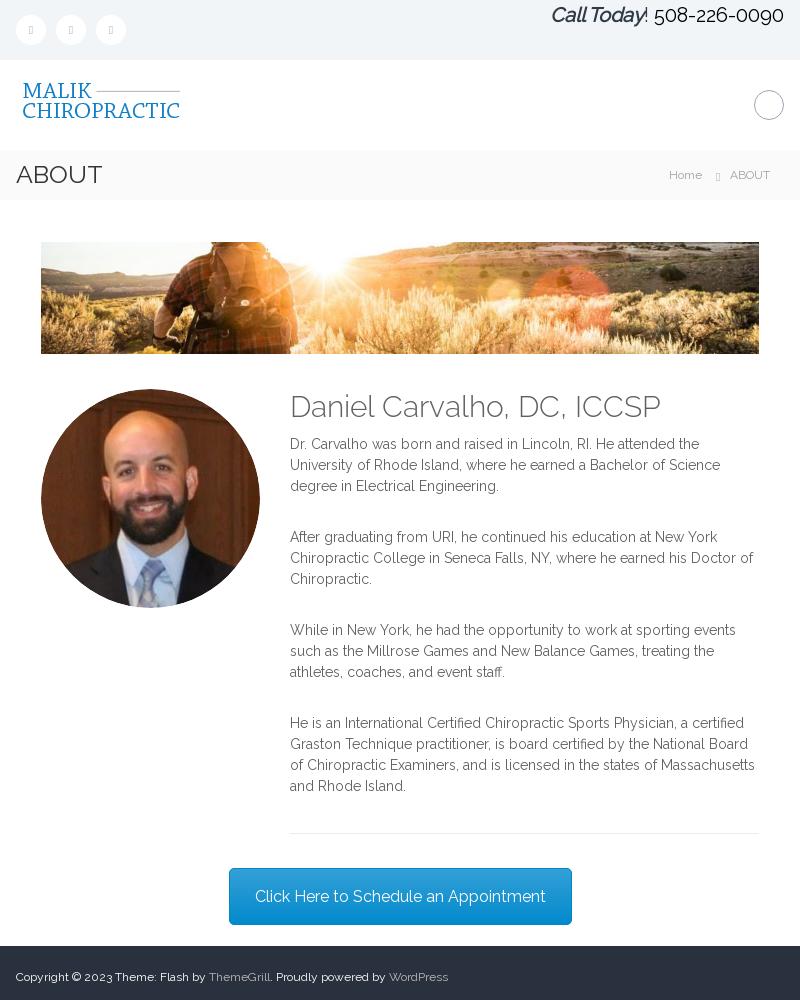  Describe the element at coordinates (64, 976) in the screenshot. I see `'Copyright ©  2023'` at that location.